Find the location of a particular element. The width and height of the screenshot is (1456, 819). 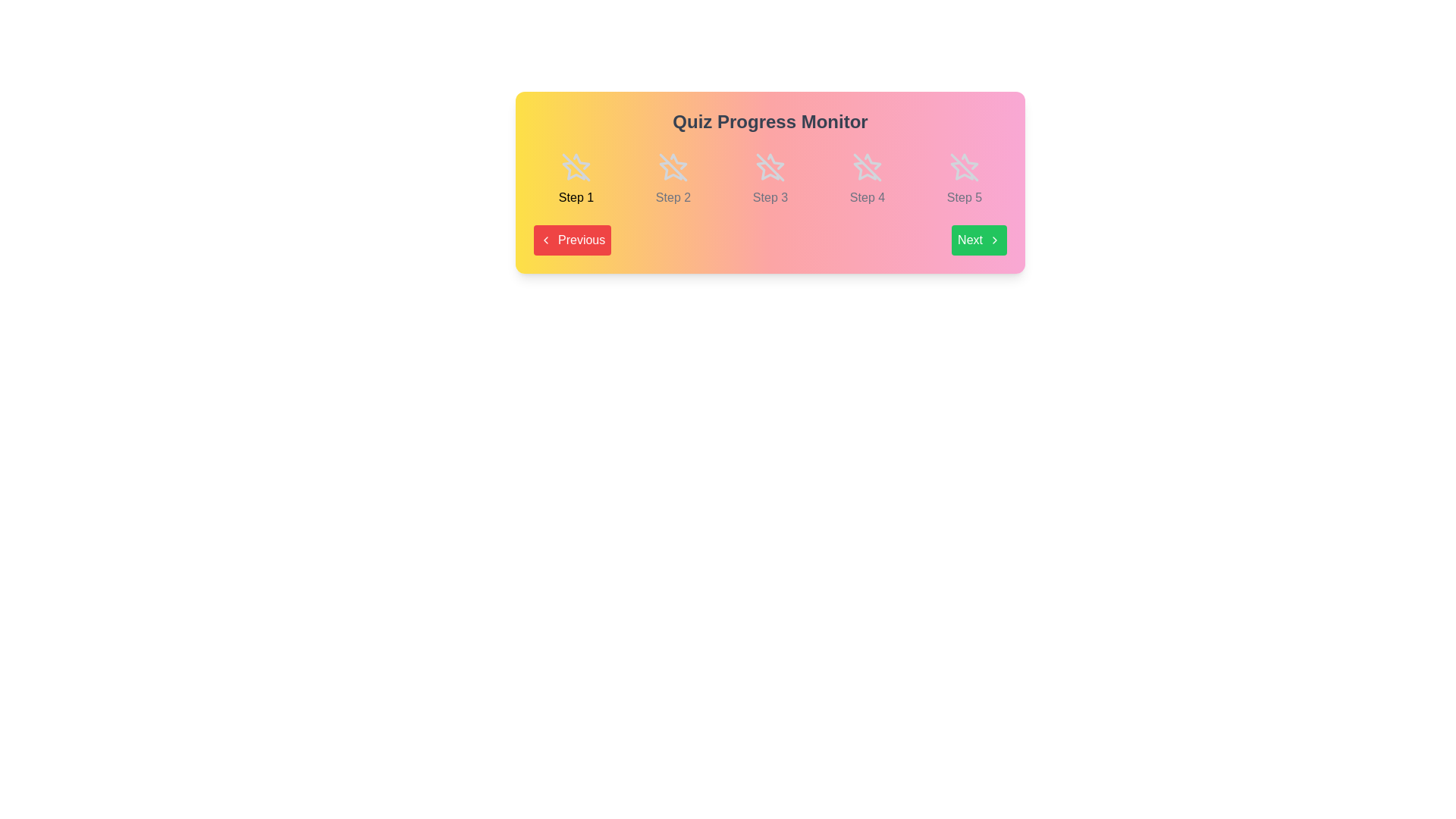

the left arrow SVG icon within the red 'Previous' button is located at coordinates (546, 239).